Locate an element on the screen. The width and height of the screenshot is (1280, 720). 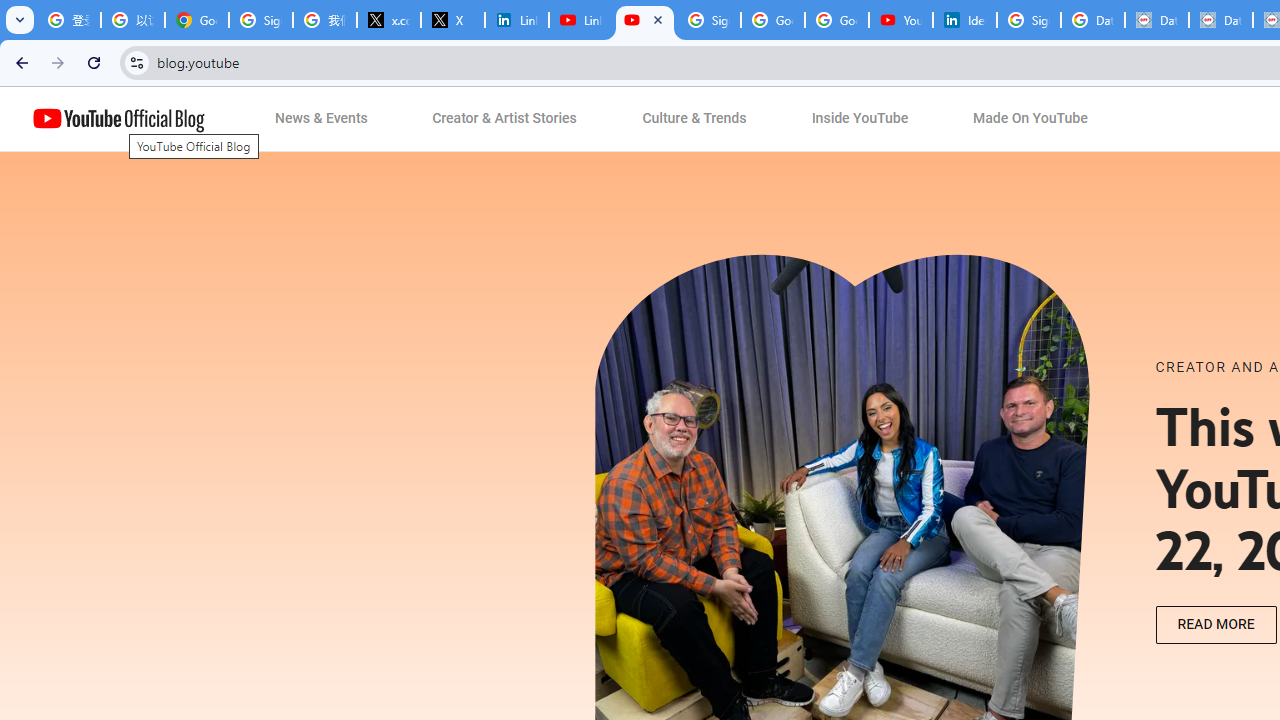
'Made On YouTube' is located at coordinates (1030, 119).